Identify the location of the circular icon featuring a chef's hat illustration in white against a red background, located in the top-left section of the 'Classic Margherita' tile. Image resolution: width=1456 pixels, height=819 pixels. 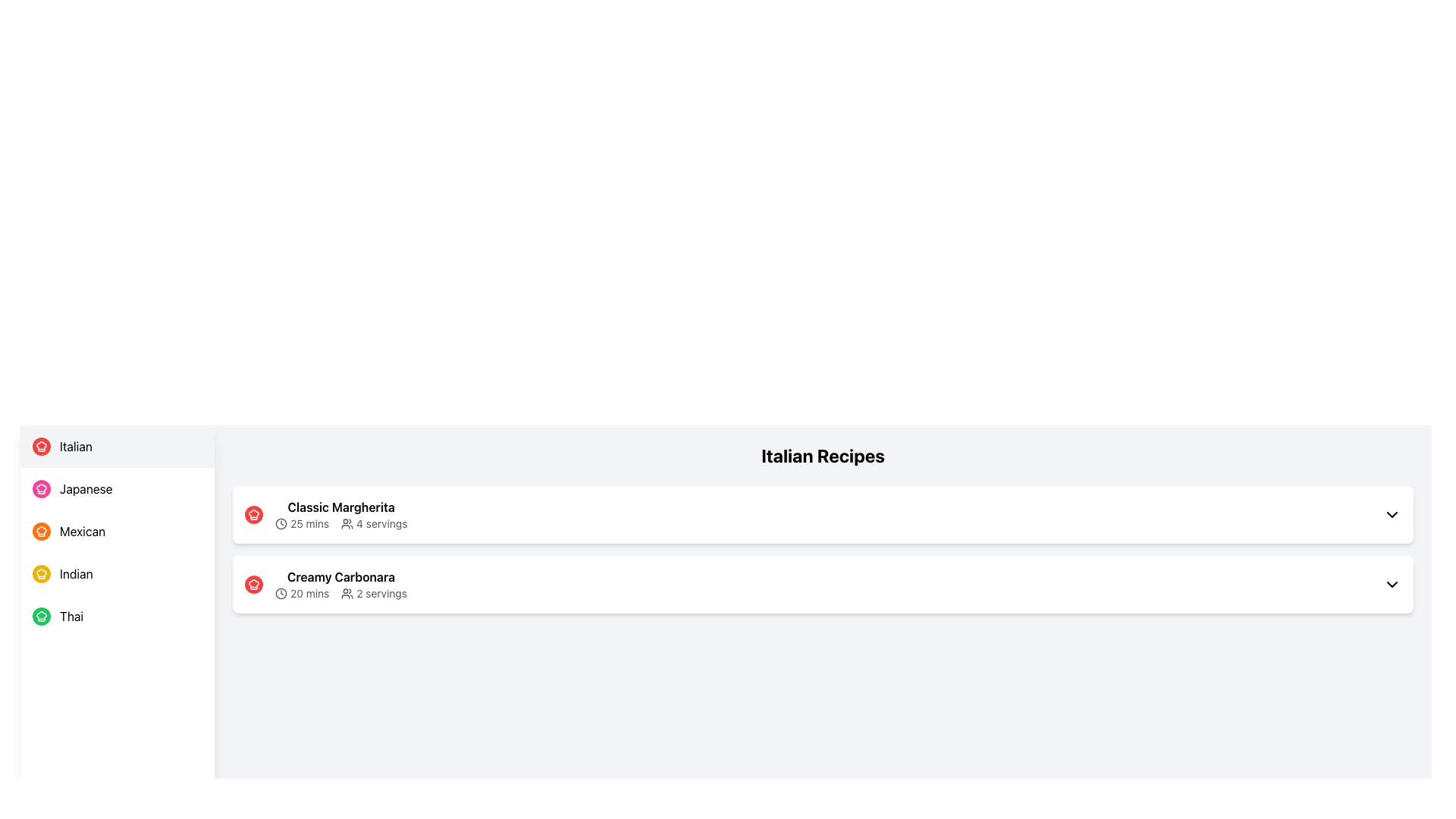
(254, 513).